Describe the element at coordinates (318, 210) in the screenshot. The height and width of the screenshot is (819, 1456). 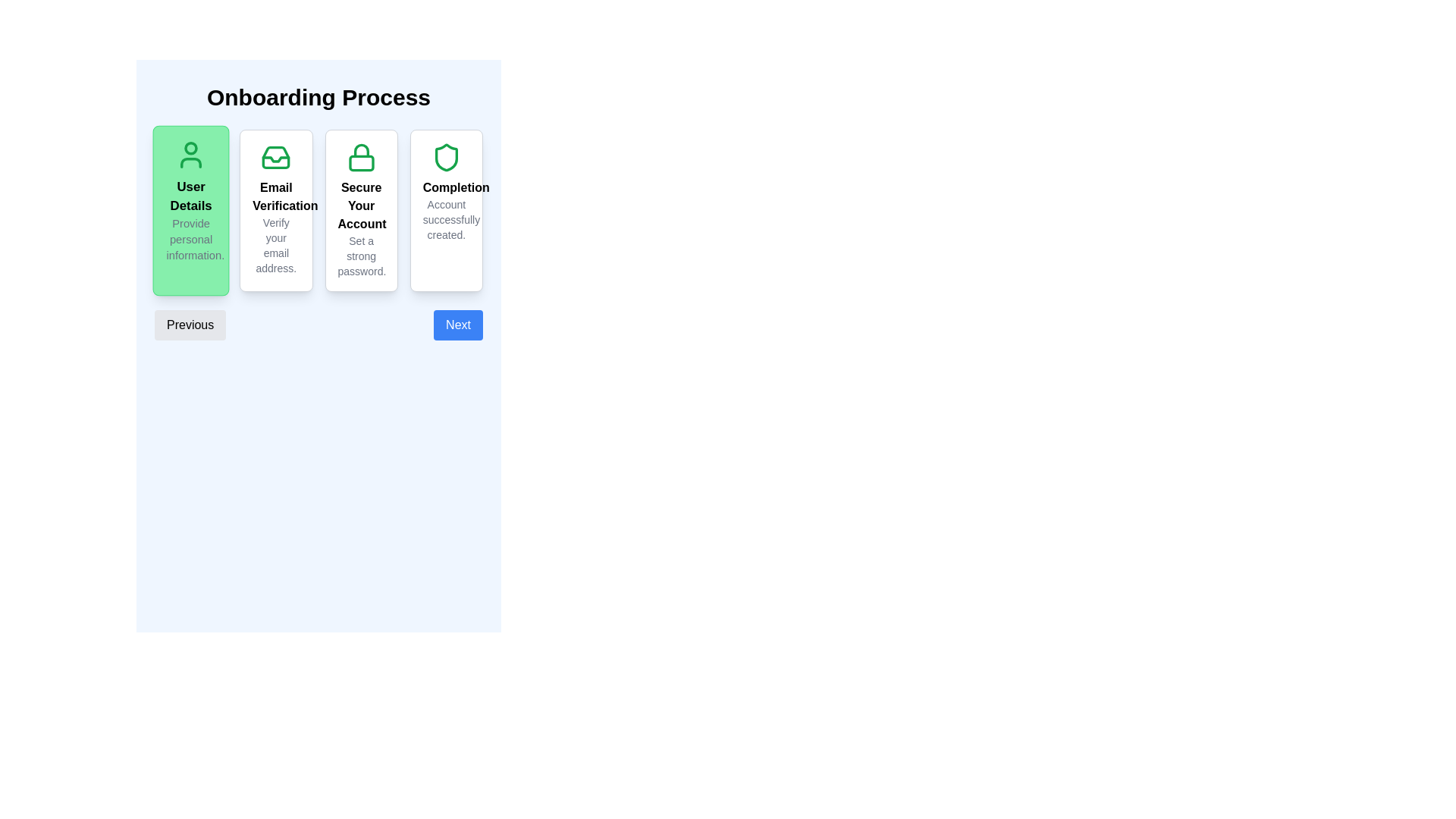
I see `the area around the second informational card in the onboarding process, which is positioned between the 'User Details' card and the 'Secure Your Account' card` at that location.